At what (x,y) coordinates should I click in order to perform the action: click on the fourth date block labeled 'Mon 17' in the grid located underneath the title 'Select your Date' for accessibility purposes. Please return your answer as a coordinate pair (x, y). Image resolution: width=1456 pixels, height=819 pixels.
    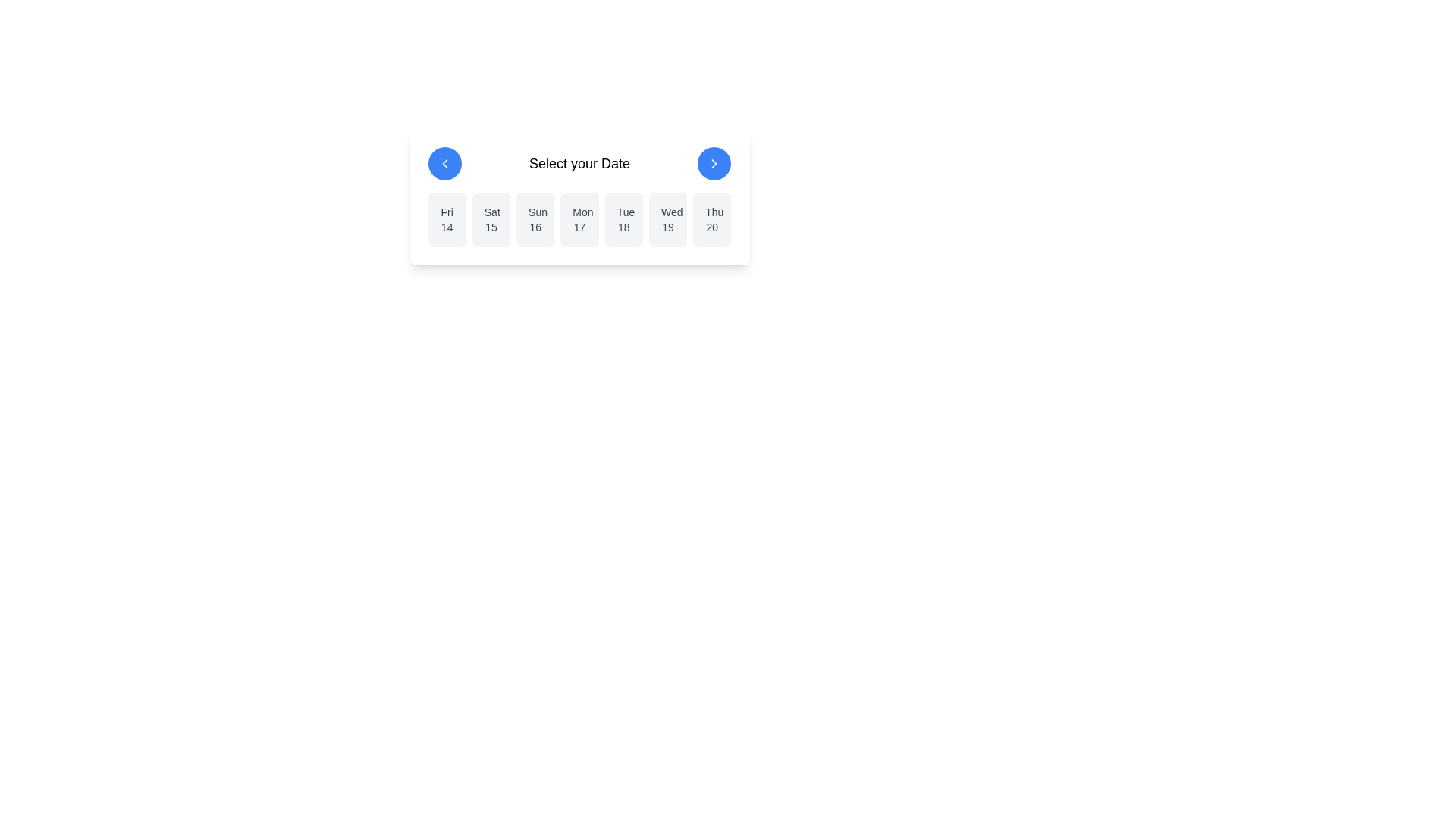
    Looking at the image, I should click on (579, 219).